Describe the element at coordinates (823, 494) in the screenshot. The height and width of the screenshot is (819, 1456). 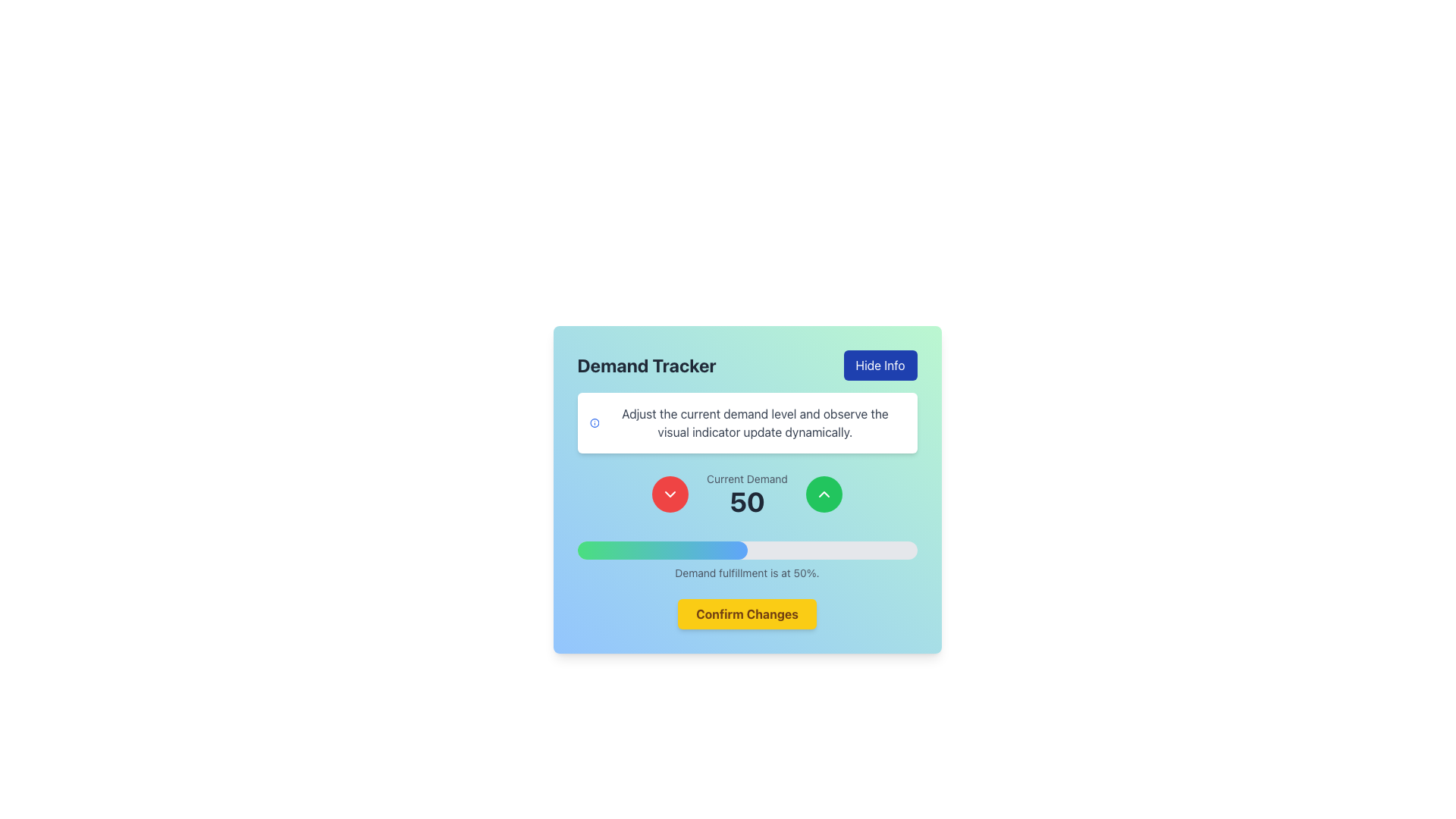
I see `the Icon button located on the right side of the 'Current Demand' label` at that location.